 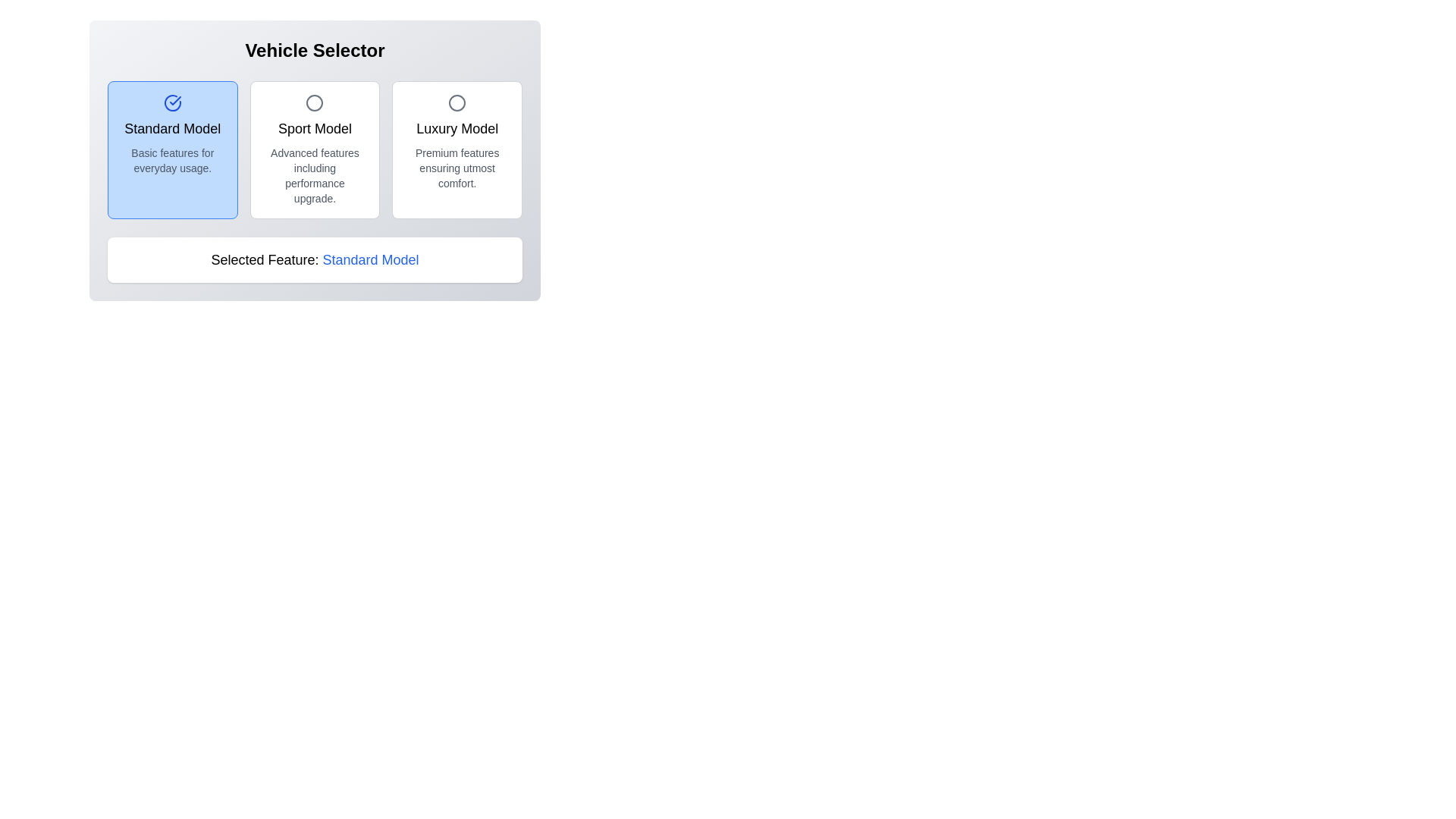 What do you see at coordinates (457, 168) in the screenshot?
I see `the descriptive text label for the 'Luxury Model' option located at the bottom of the 'Luxury Model' selection card` at bounding box center [457, 168].